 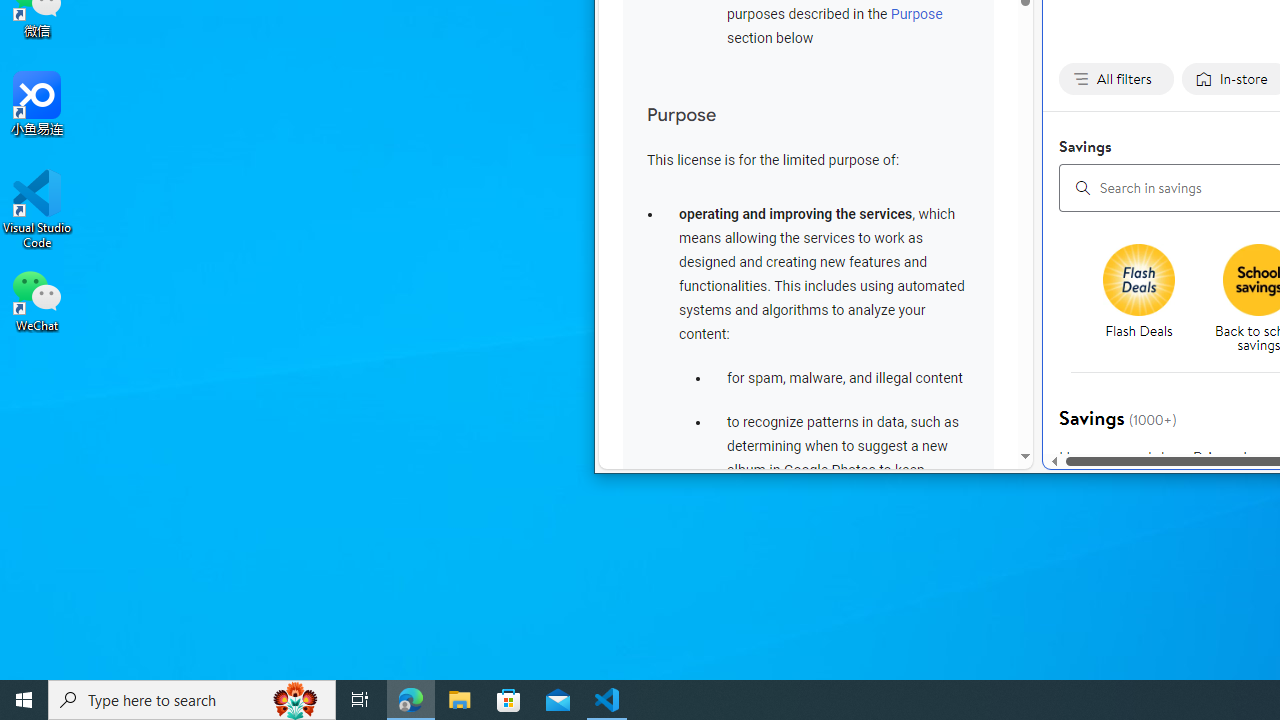 What do you see at coordinates (359, 698) in the screenshot?
I see `'Task View'` at bounding box center [359, 698].